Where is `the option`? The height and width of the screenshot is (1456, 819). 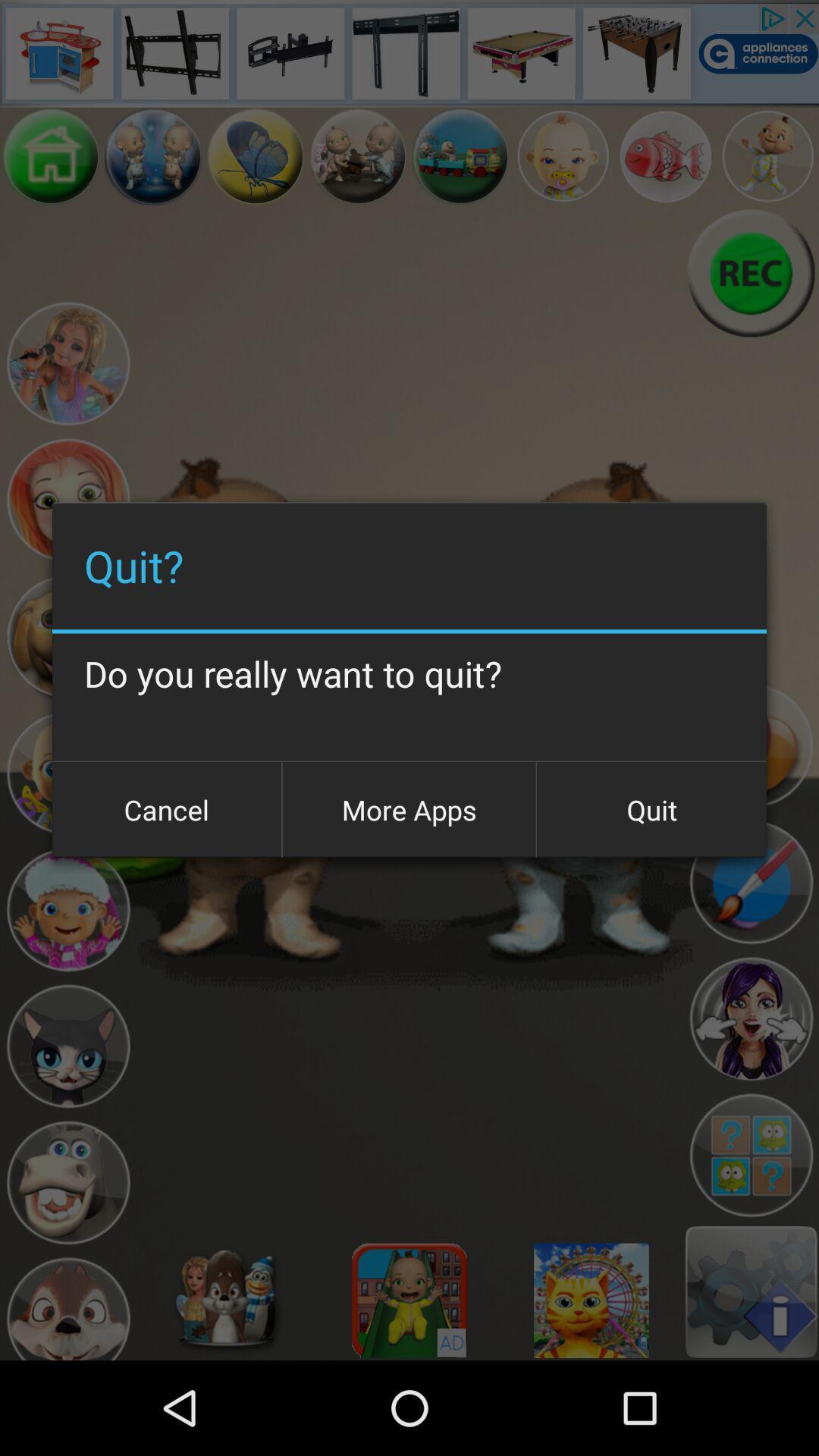 the option is located at coordinates (67, 910).